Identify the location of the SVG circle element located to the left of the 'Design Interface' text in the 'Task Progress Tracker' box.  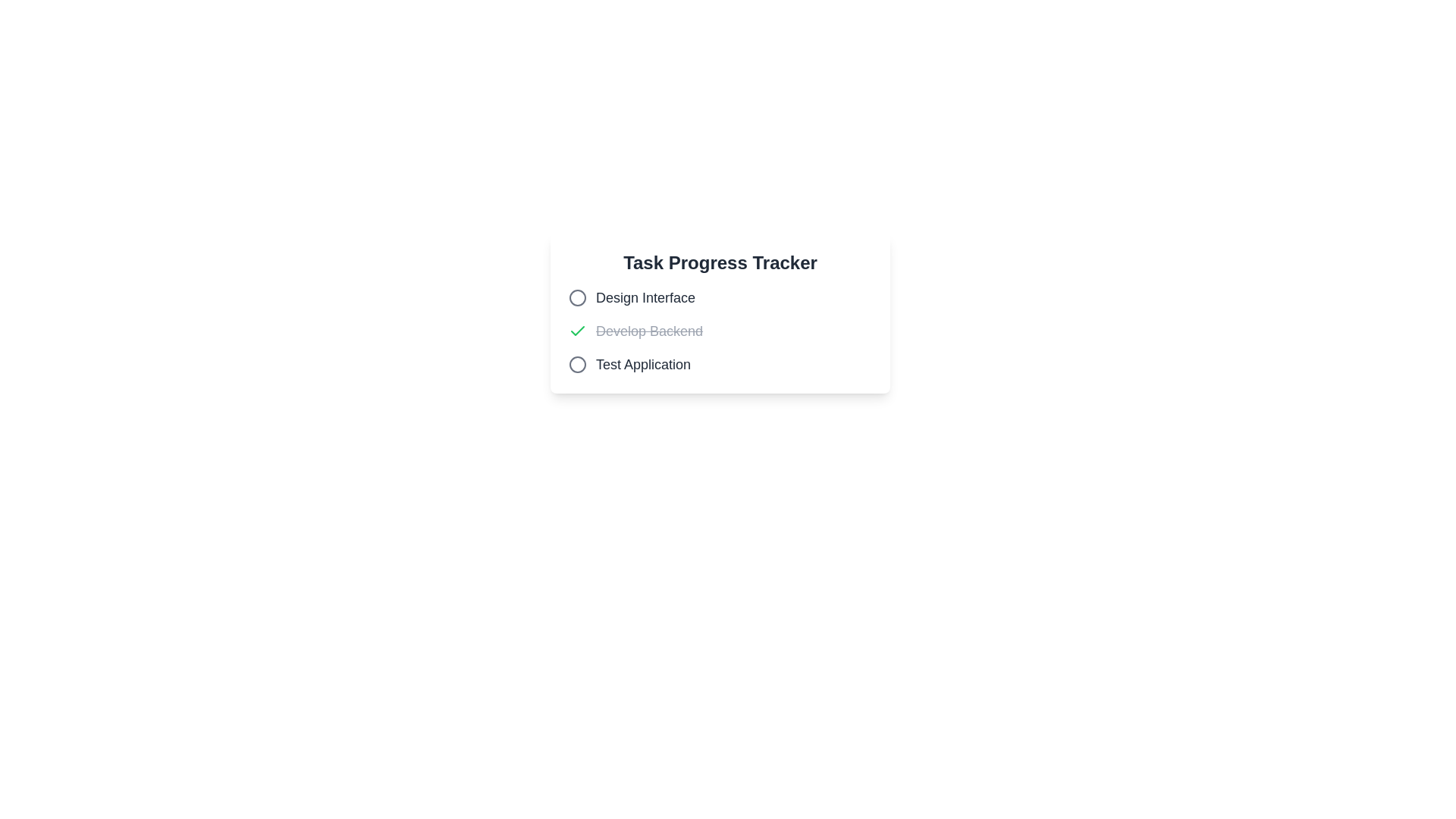
(577, 298).